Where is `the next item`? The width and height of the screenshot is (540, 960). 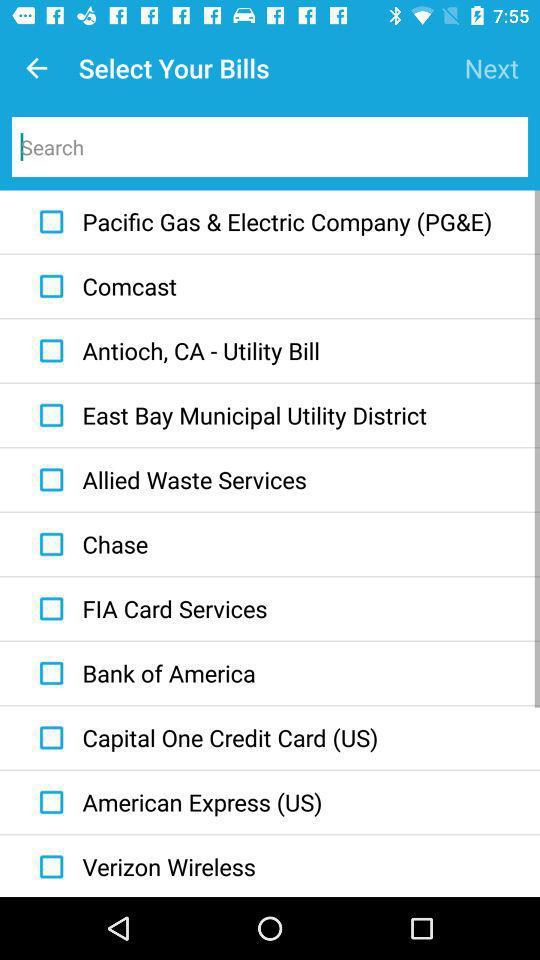
the next item is located at coordinates (490, 68).